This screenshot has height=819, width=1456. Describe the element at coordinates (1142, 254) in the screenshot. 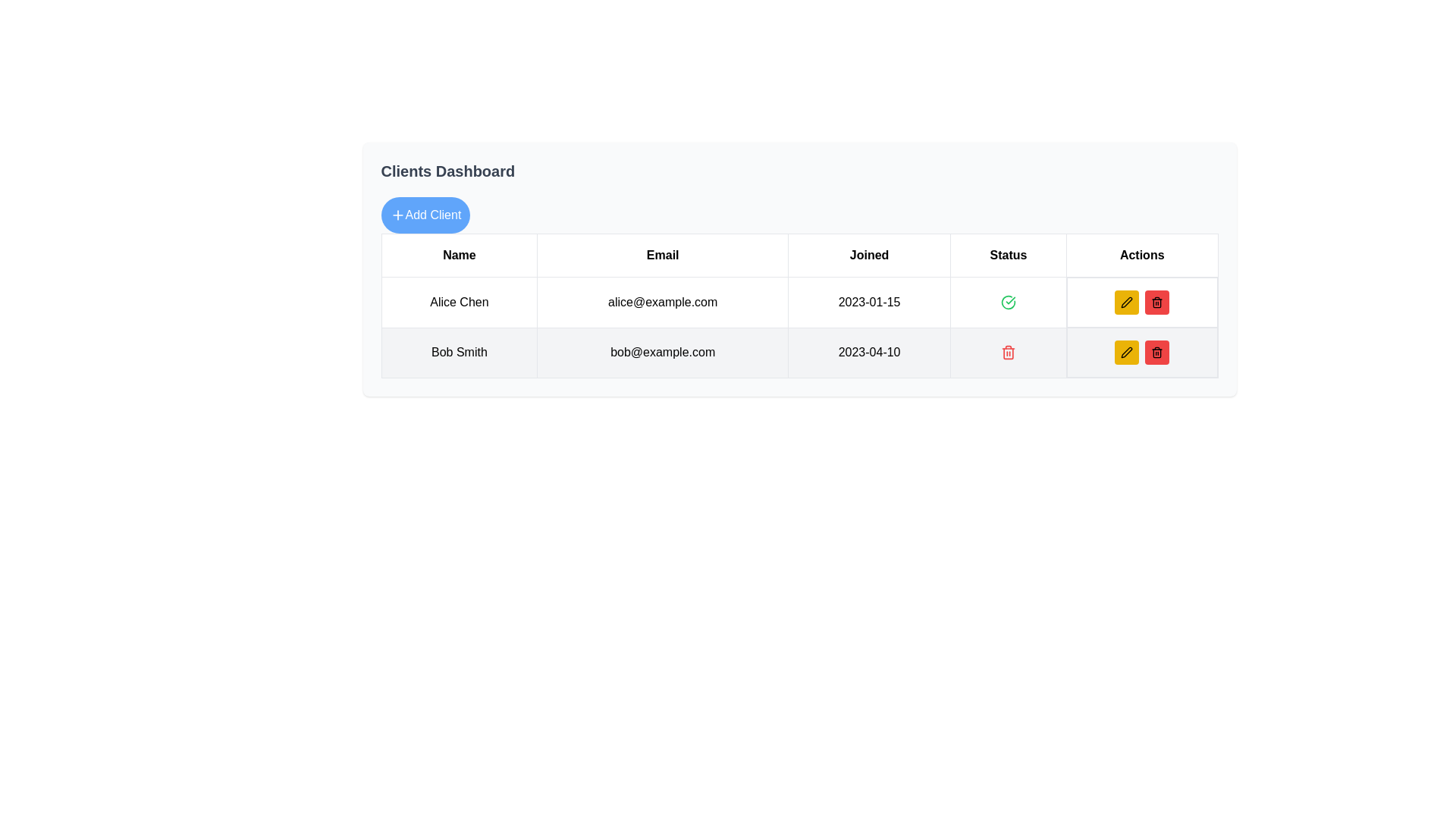

I see `the fifth column header cell in the table, which indicates 'Actions' for interacting with each record` at that location.